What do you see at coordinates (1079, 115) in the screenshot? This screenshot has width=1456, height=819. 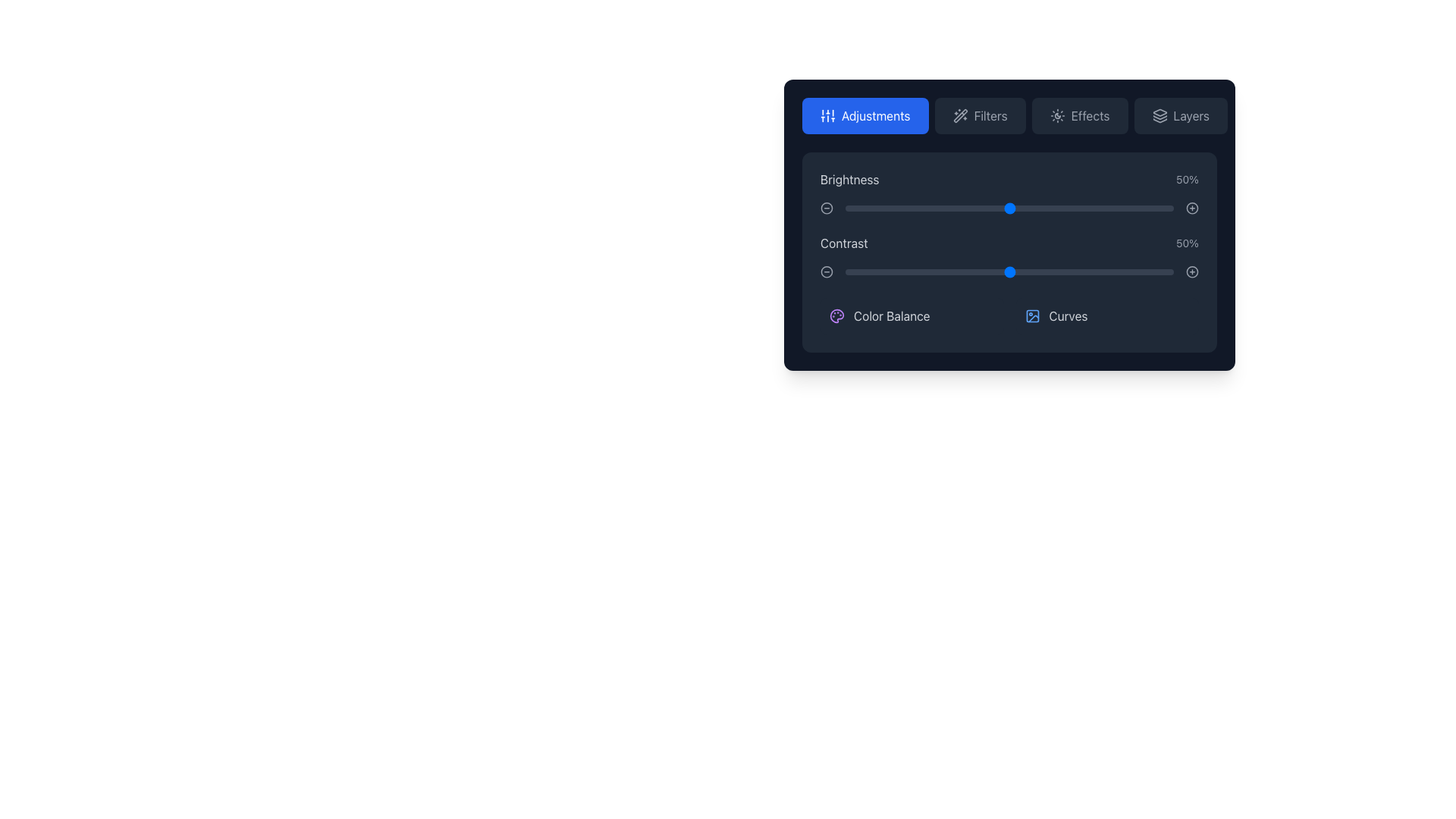 I see `the 'Effects' button, a rectangular button with a gray background and light gray text, located in the menu bar between 'Filters' and 'Layers'` at bounding box center [1079, 115].